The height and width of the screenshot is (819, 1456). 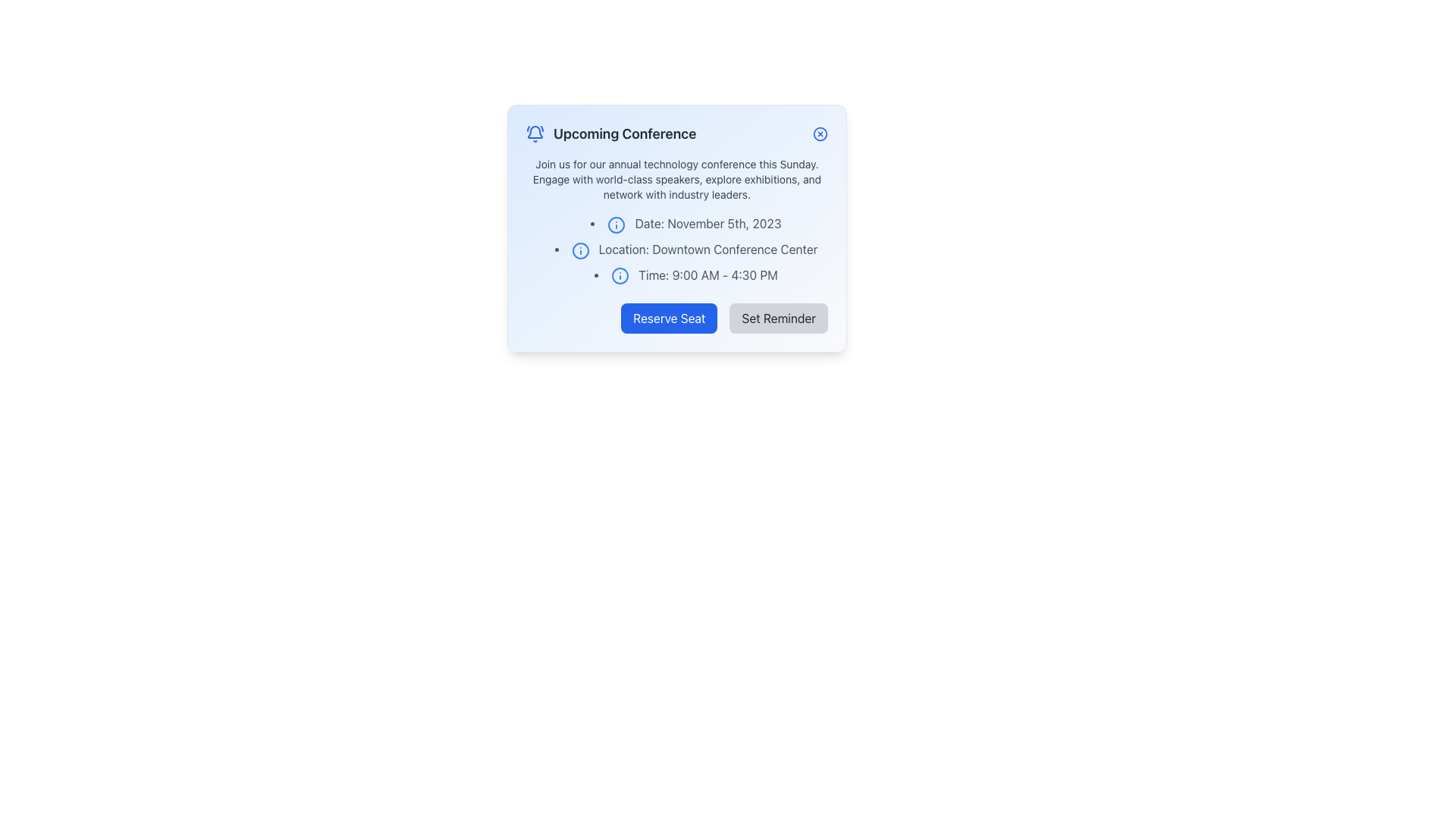 I want to click on the text element that communicates the time span of the event, located as the third item in the bullet-point list below 'Date: November 5th, 2023' and 'Location: Downtown Conference Center', so click(x=686, y=275).